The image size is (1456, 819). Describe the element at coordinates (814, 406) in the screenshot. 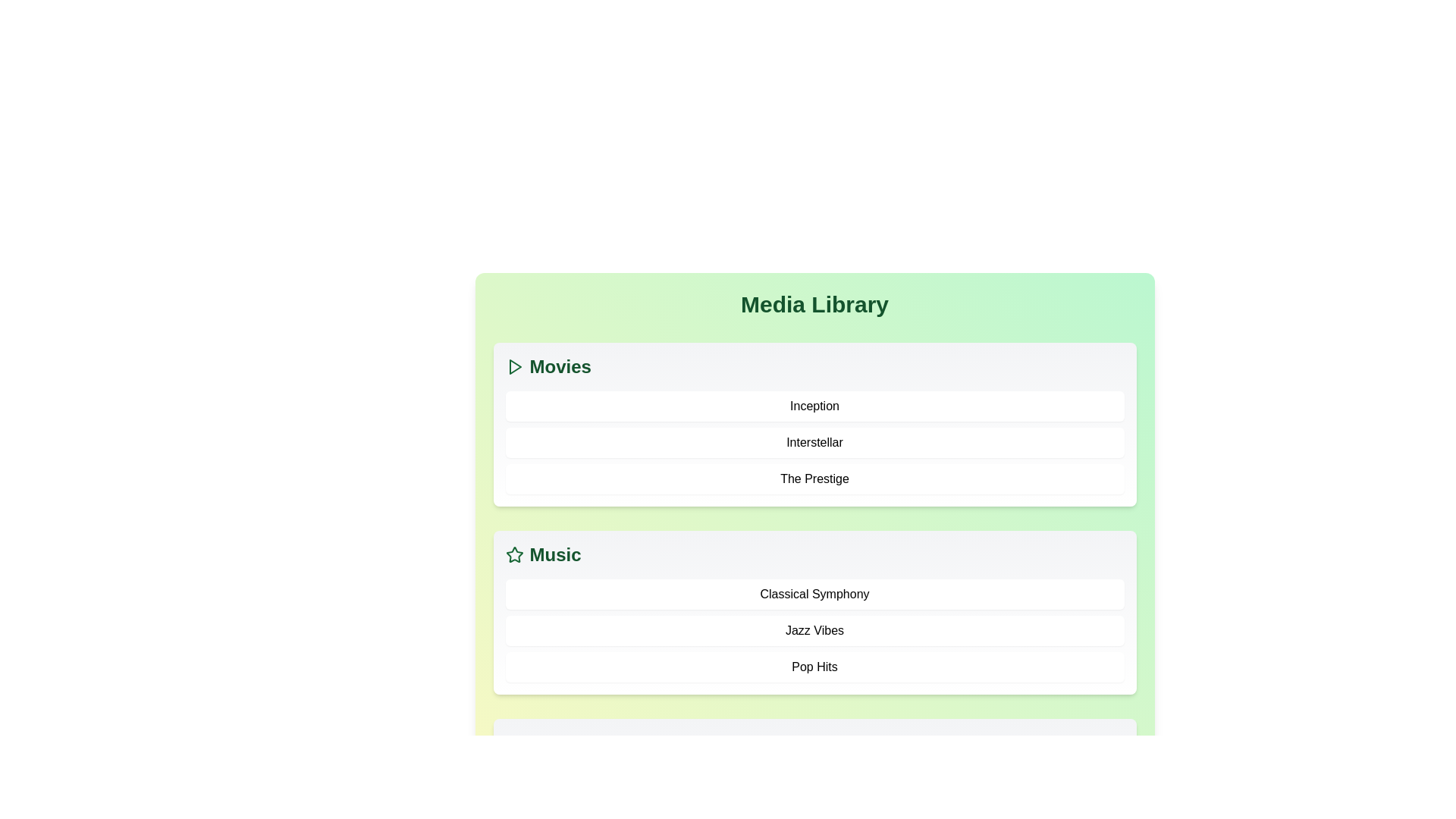

I see `the movie Inception from the Movies category` at that location.